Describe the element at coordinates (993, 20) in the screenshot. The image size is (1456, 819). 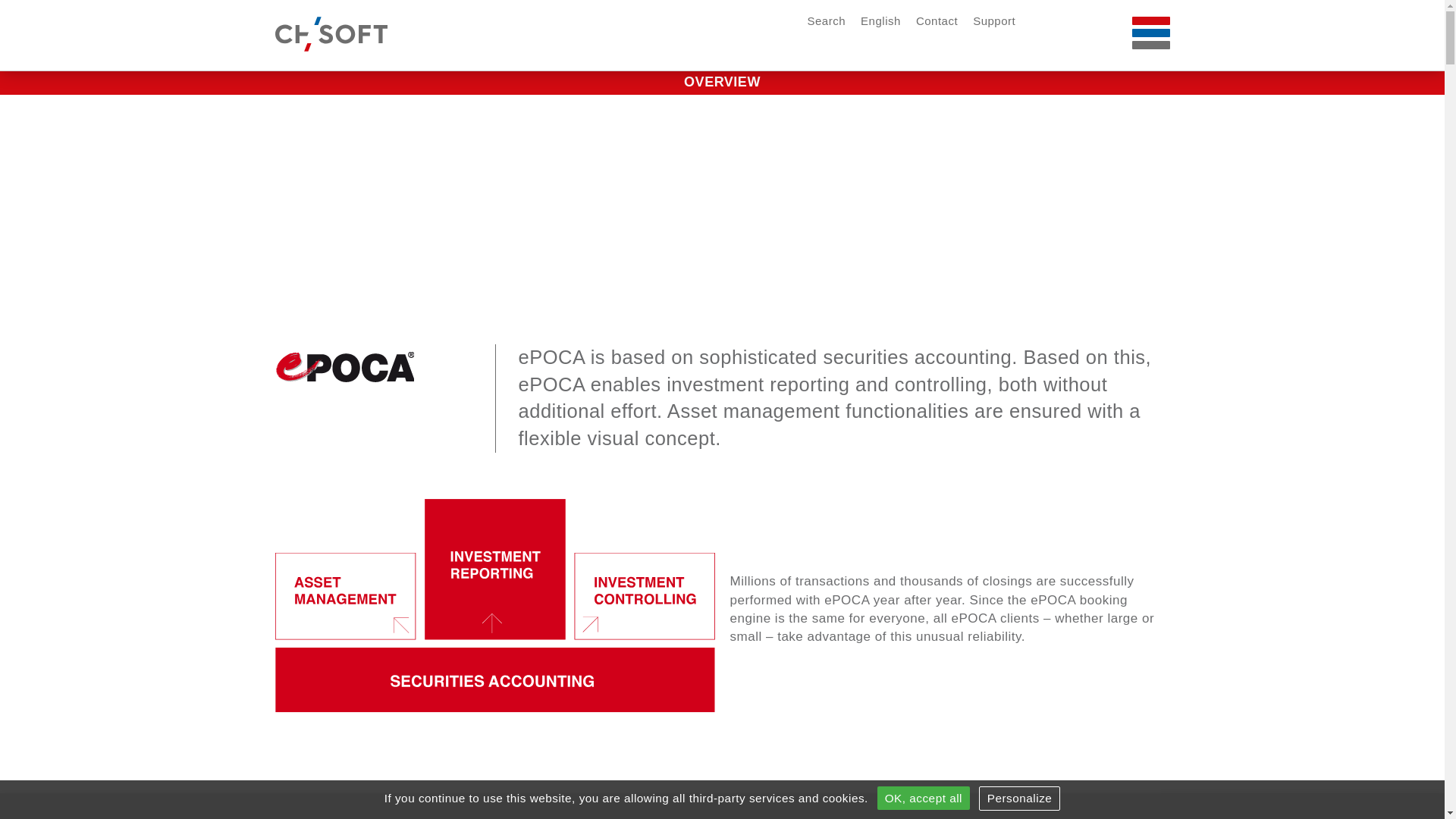
I see `'Support'` at that location.